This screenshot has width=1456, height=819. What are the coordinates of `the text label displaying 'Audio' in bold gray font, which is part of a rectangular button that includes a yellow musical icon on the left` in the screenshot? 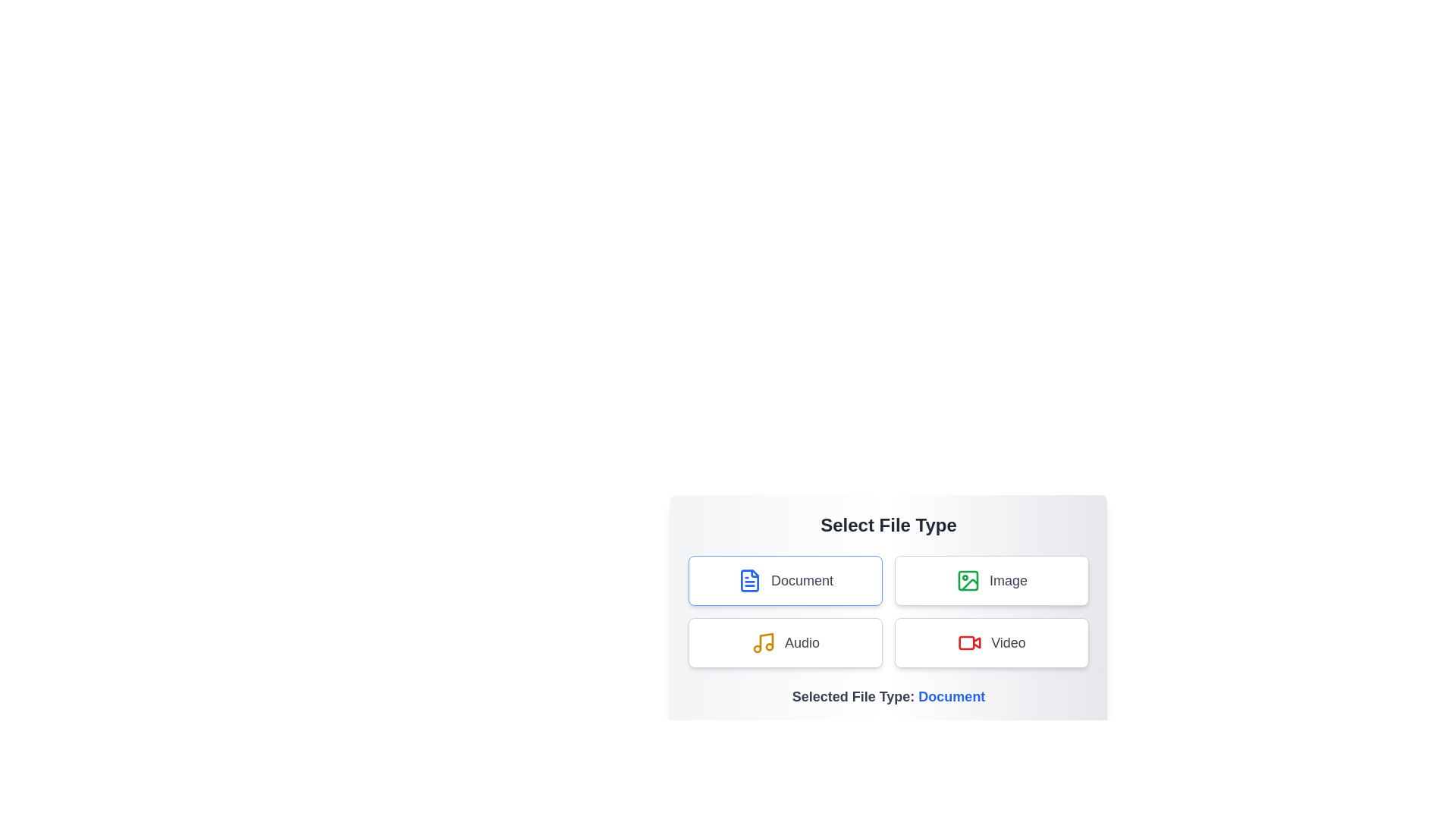 It's located at (801, 643).